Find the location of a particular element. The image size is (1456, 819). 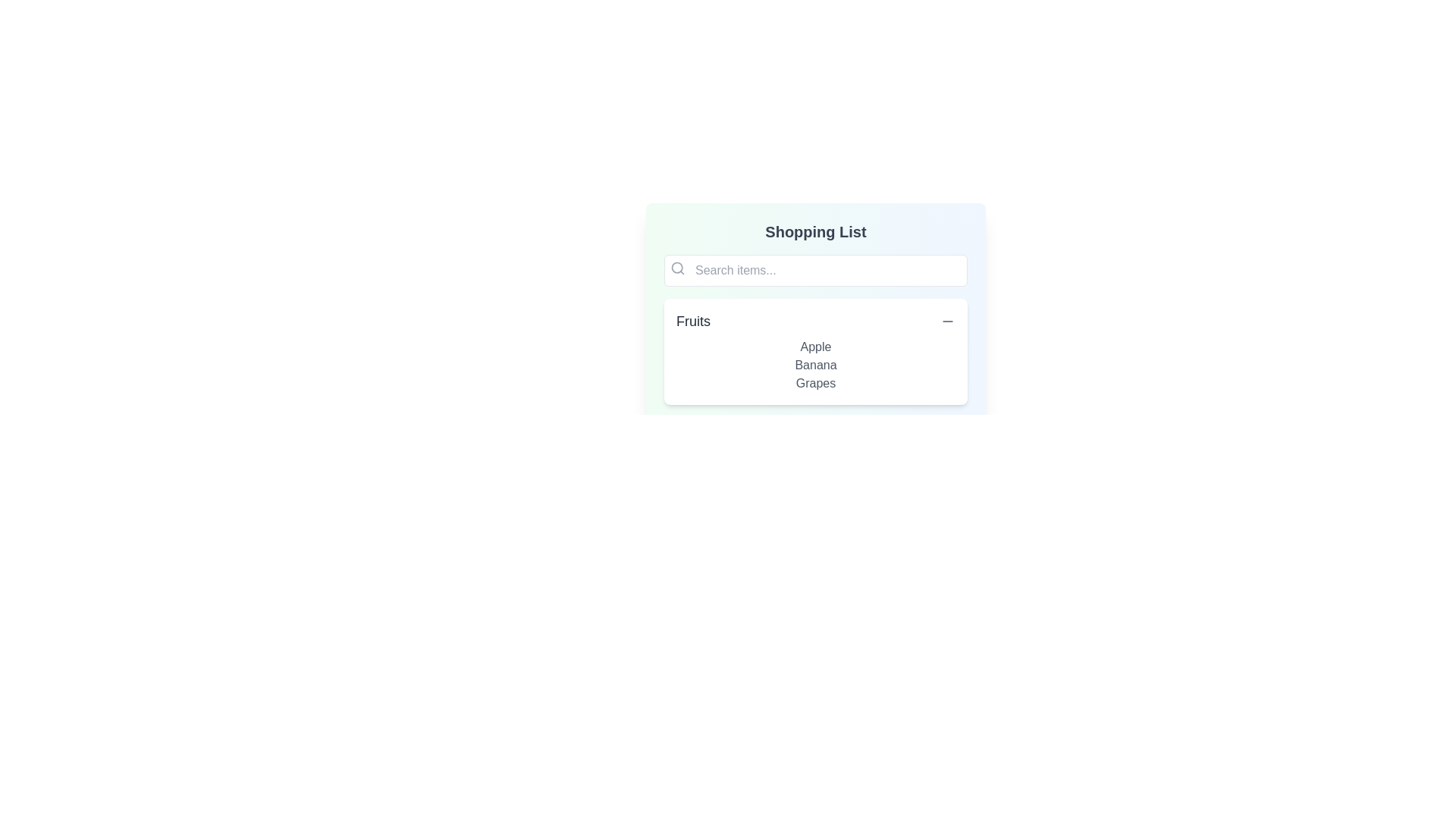

the search bar and type the search term is located at coordinates (814, 270).